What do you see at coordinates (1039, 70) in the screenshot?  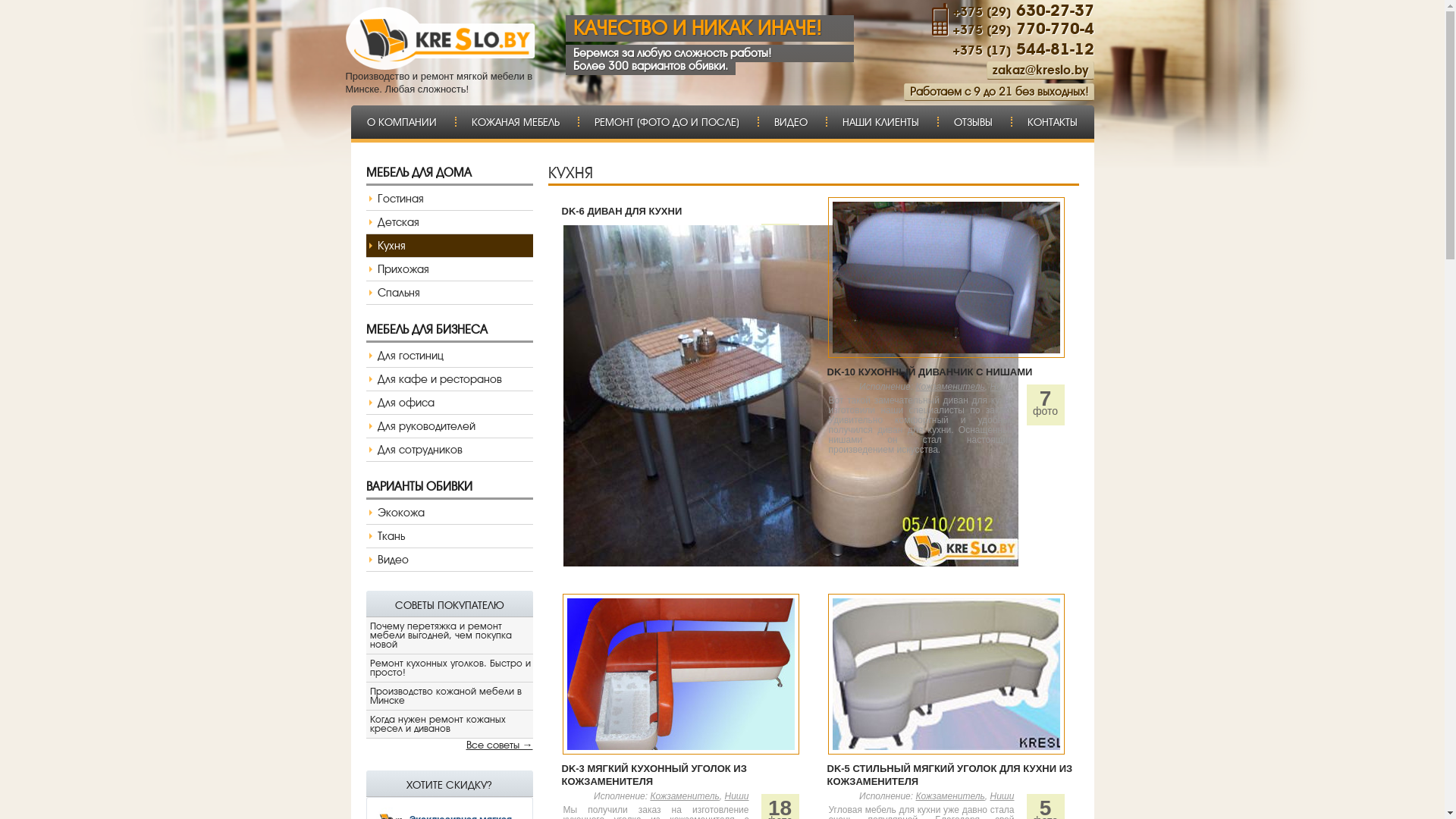 I see `'zakaz@kreslo.by'` at bounding box center [1039, 70].